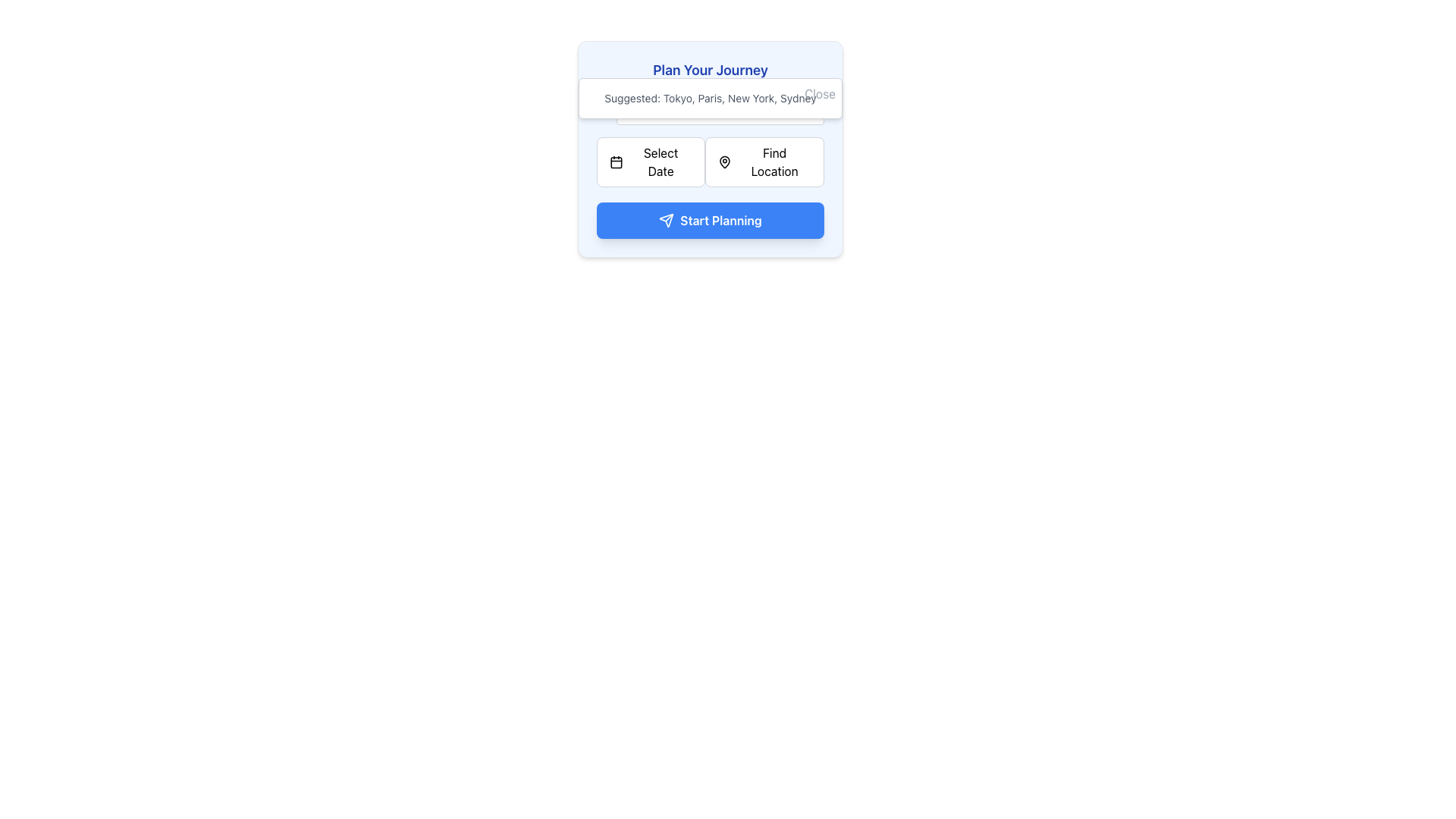 This screenshot has height=819, width=1456. What do you see at coordinates (709, 162) in the screenshot?
I see `the grouped element containing two interactive buttons` at bounding box center [709, 162].